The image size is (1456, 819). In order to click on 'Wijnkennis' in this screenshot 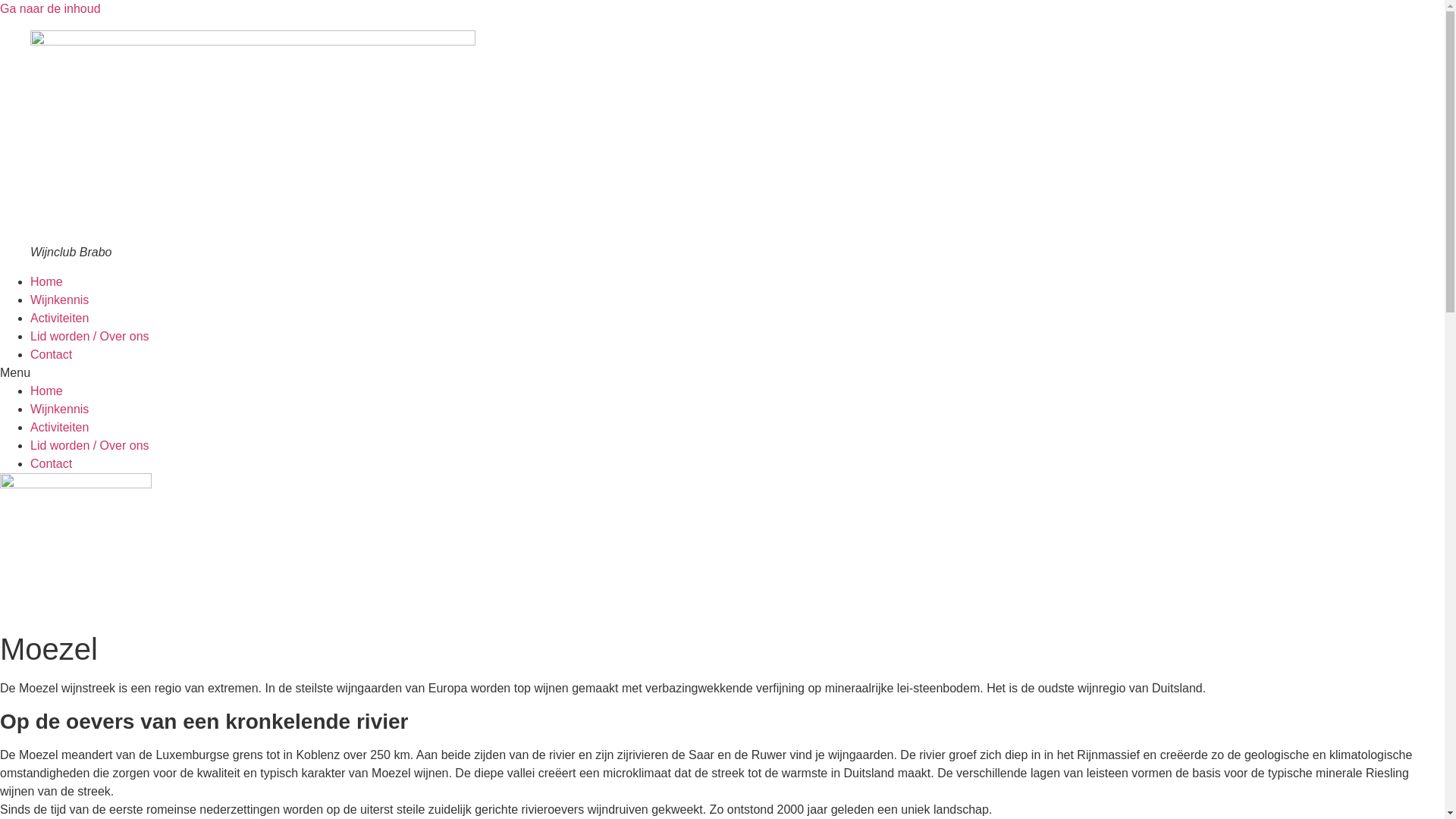, I will do `click(59, 408)`.